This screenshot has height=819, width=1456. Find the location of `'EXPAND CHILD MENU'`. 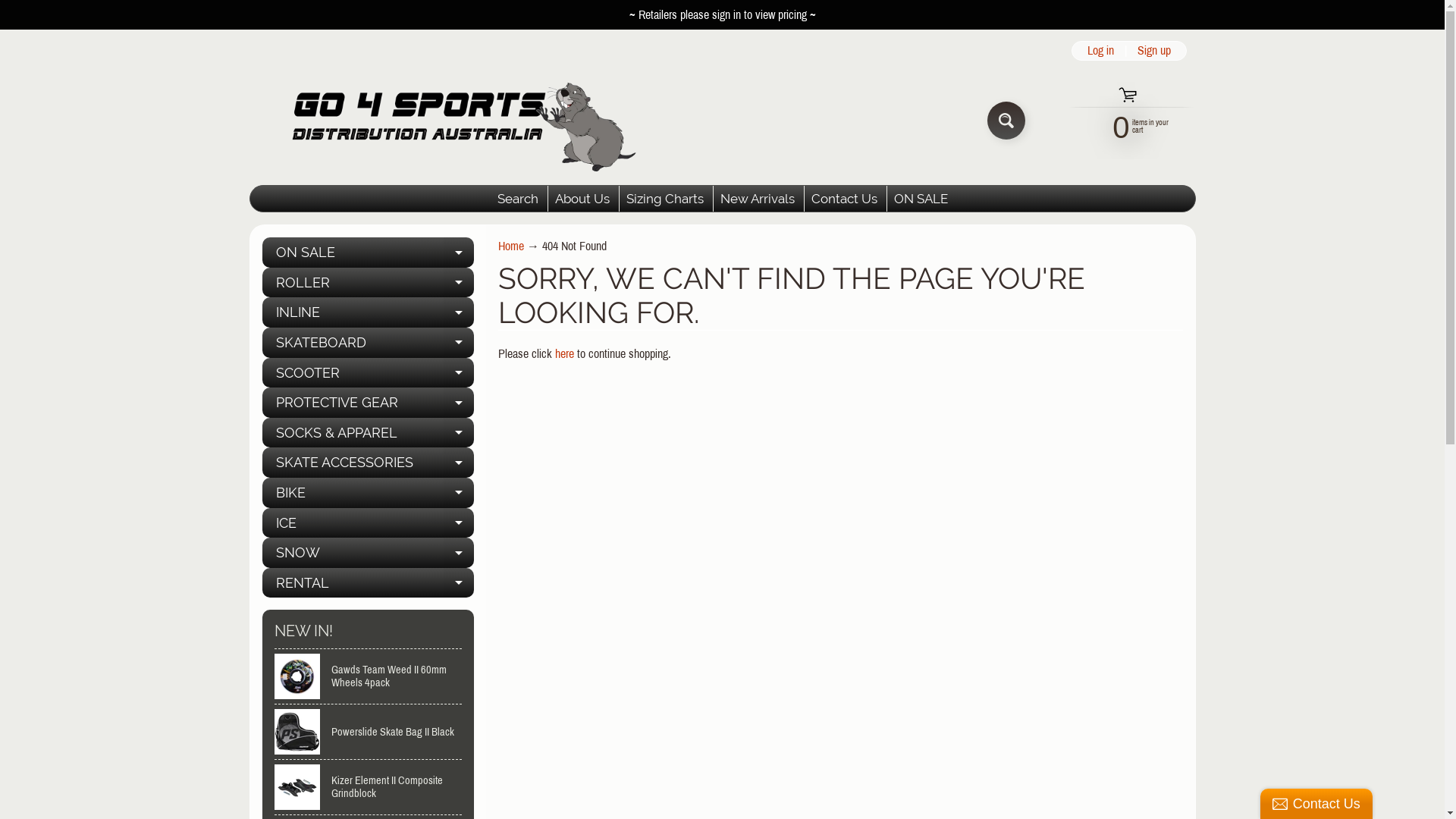

'EXPAND CHILD MENU' is located at coordinates (457, 402).